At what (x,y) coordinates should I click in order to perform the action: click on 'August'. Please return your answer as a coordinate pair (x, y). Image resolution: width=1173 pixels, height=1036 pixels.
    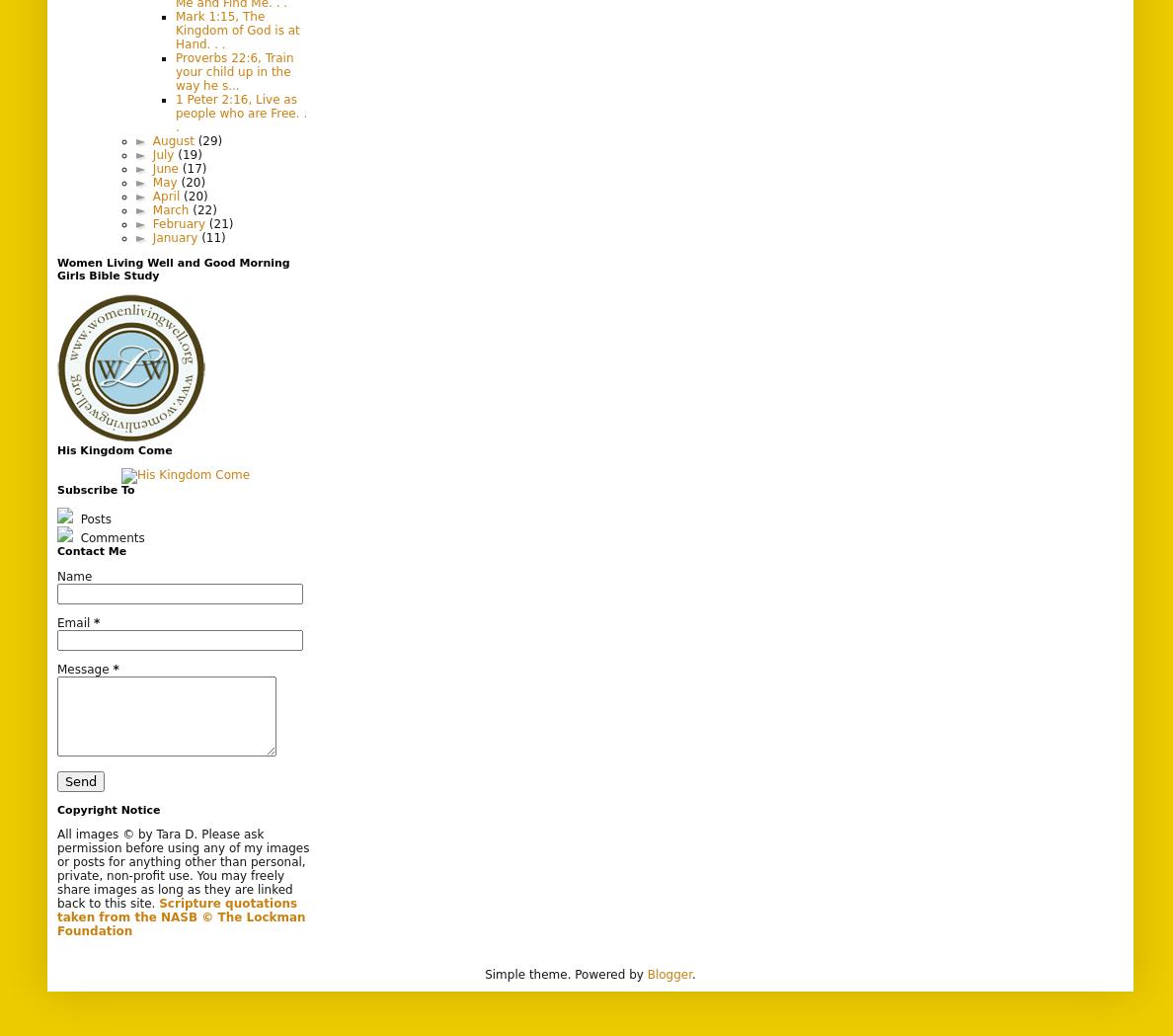
    Looking at the image, I should click on (175, 140).